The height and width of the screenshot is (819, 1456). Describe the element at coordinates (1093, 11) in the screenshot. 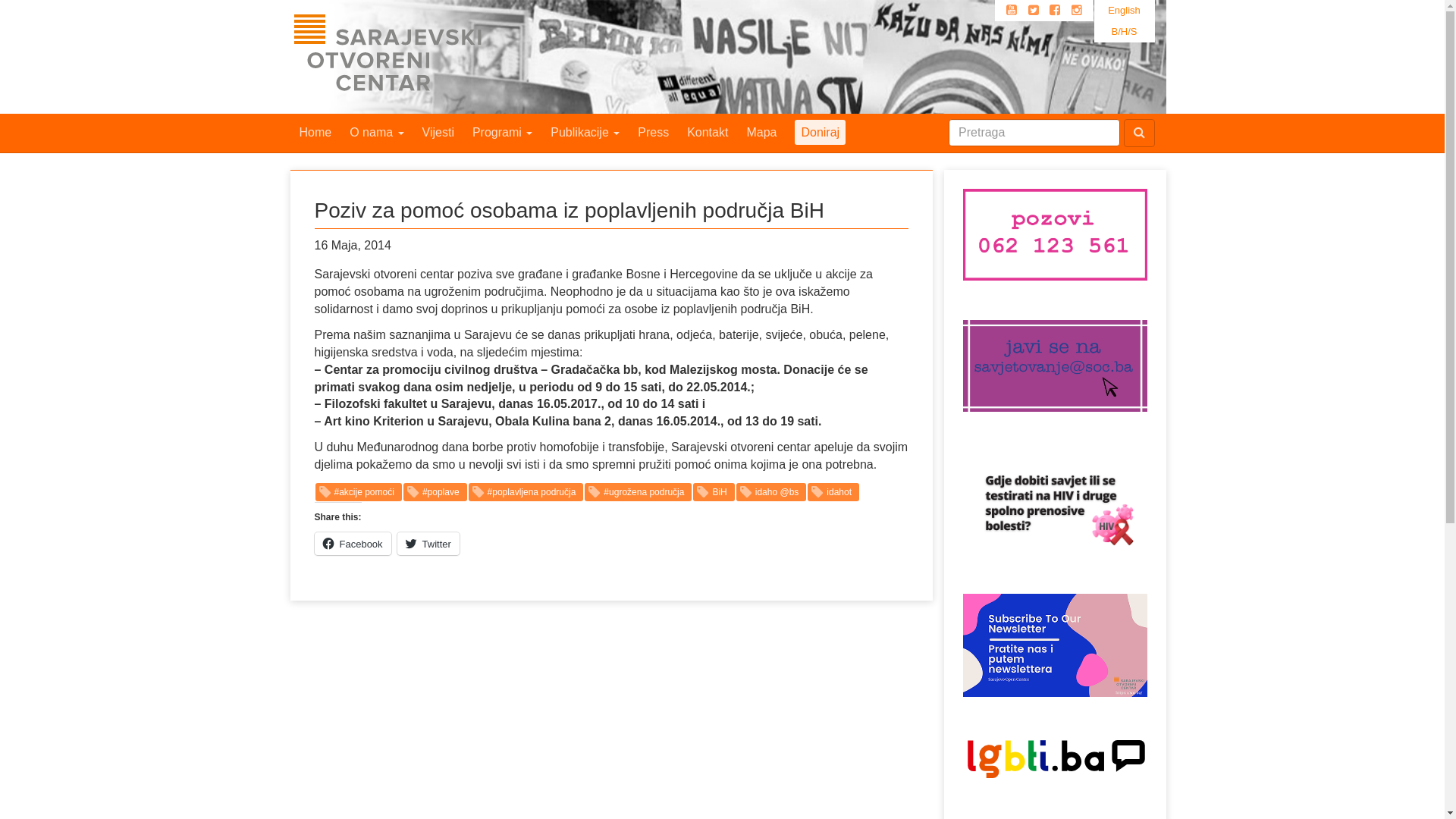

I see `'English'` at that location.